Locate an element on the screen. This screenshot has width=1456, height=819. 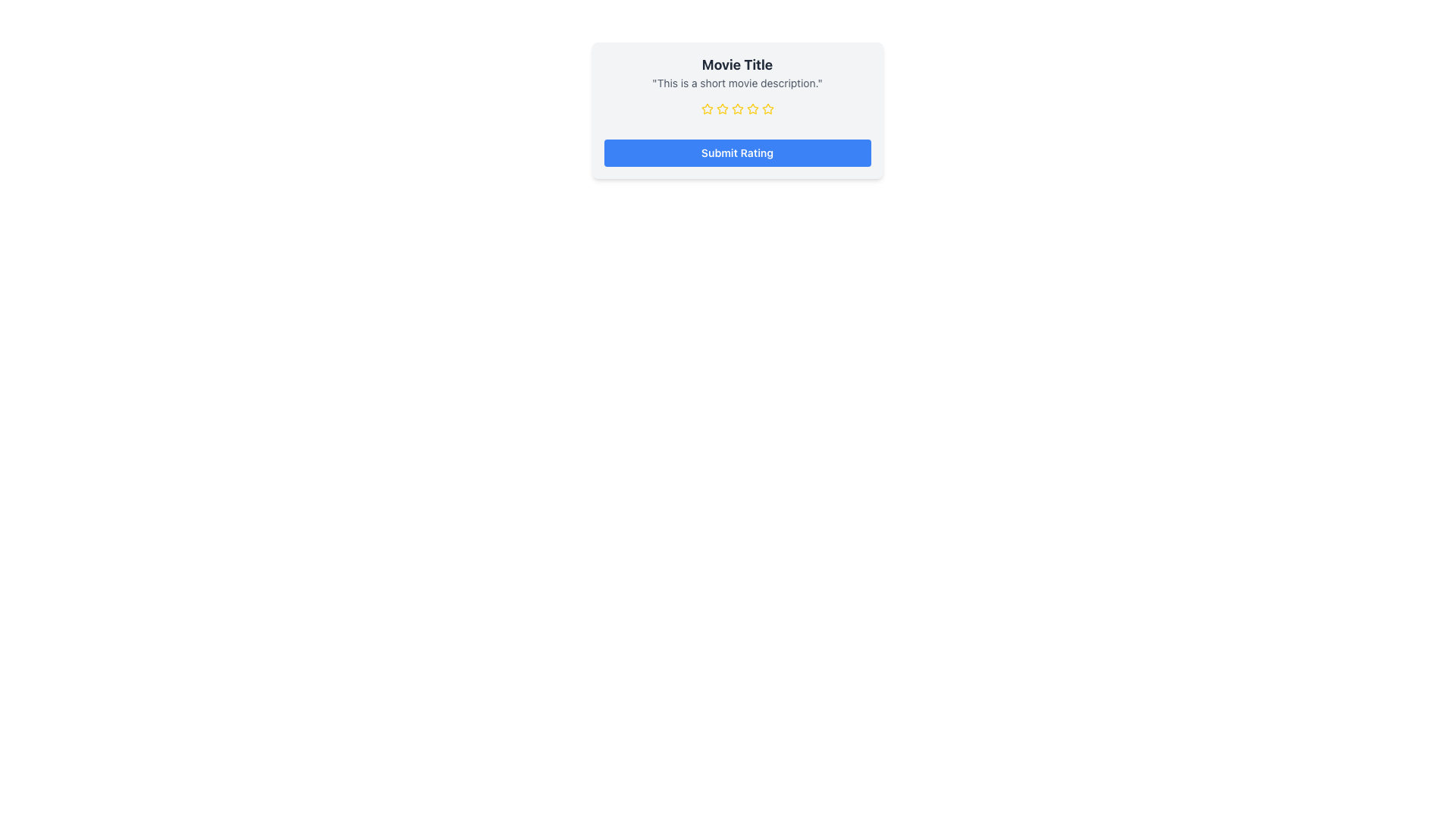
the fourth star in the star rating system, which is positioned below the title and description text, and above the blue 'Submit Rating' button is located at coordinates (752, 108).